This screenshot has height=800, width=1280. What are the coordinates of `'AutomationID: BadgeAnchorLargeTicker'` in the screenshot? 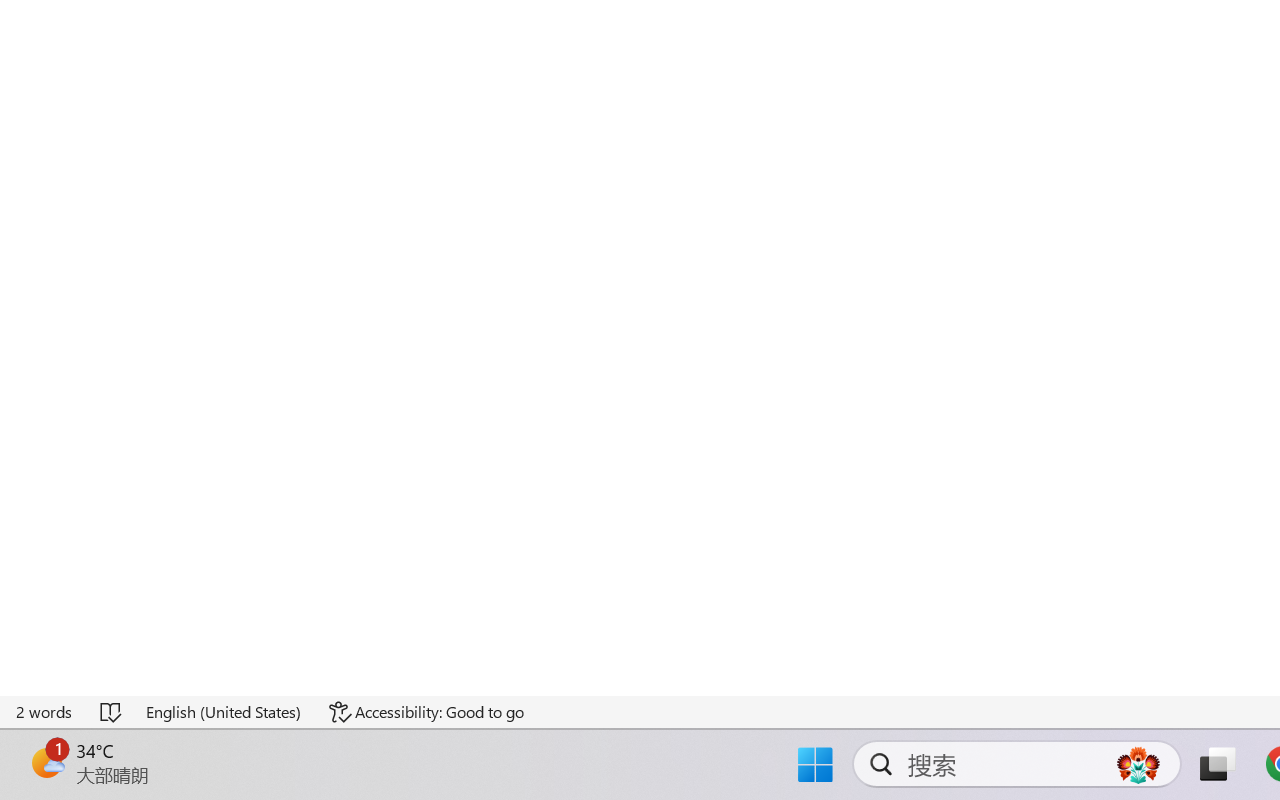 It's located at (46, 762).